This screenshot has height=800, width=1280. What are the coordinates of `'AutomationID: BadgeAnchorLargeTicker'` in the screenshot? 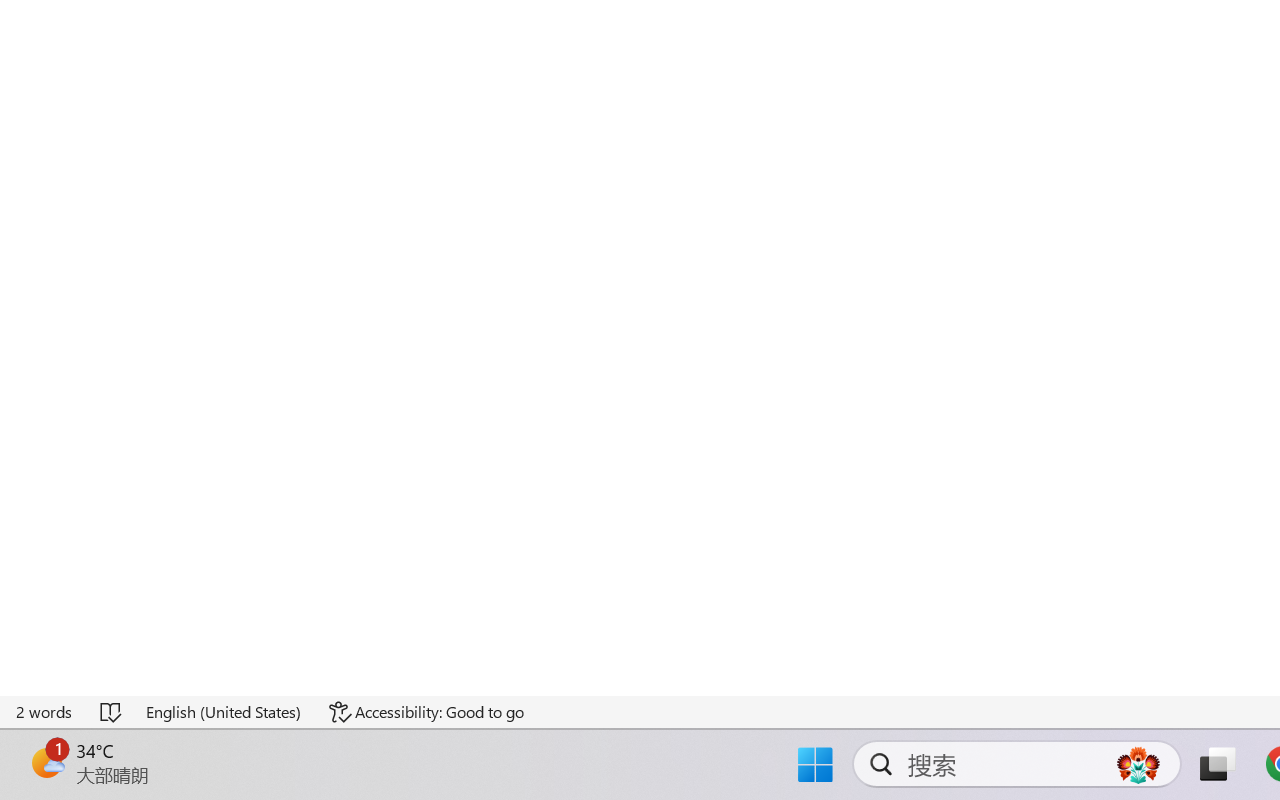 It's located at (46, 762).